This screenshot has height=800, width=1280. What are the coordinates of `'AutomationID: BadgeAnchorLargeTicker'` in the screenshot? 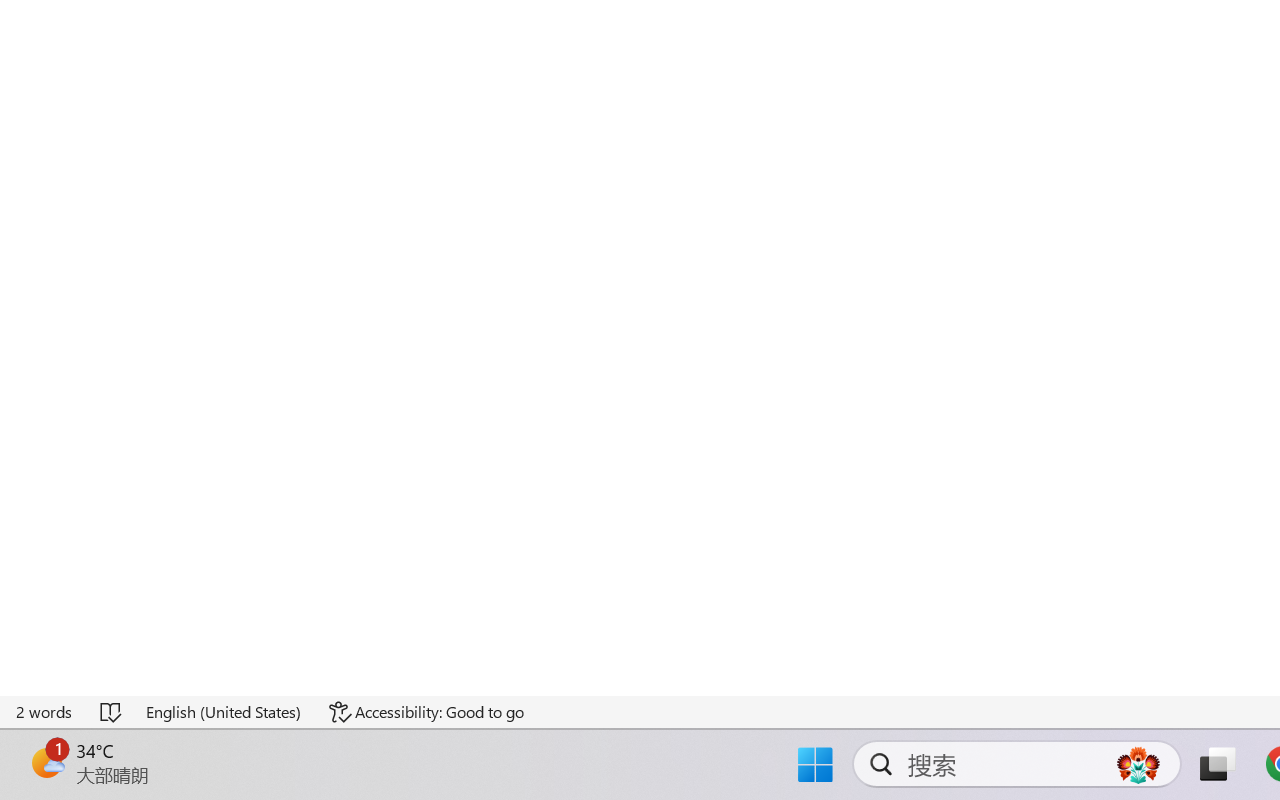 It's located at (46, 762).